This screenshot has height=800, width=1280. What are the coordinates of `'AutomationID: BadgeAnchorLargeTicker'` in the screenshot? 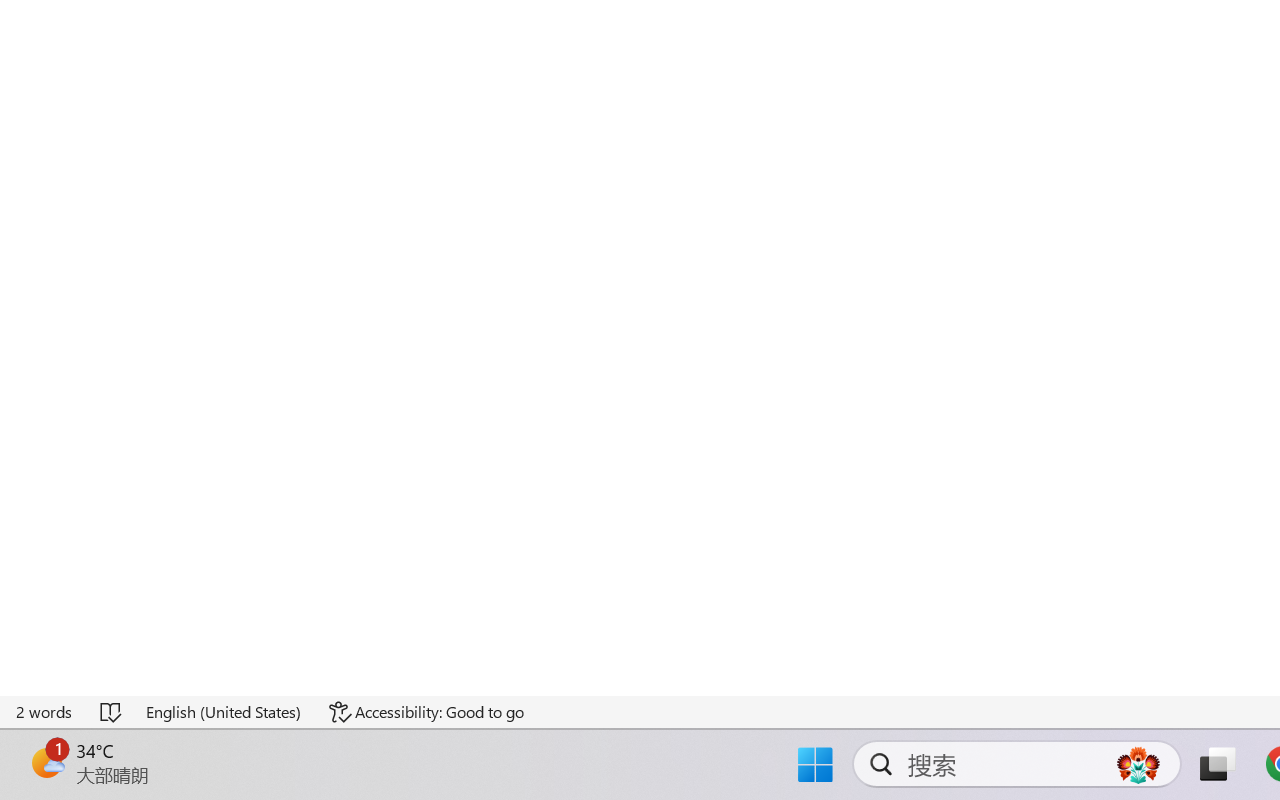 It's located at (46, 762).